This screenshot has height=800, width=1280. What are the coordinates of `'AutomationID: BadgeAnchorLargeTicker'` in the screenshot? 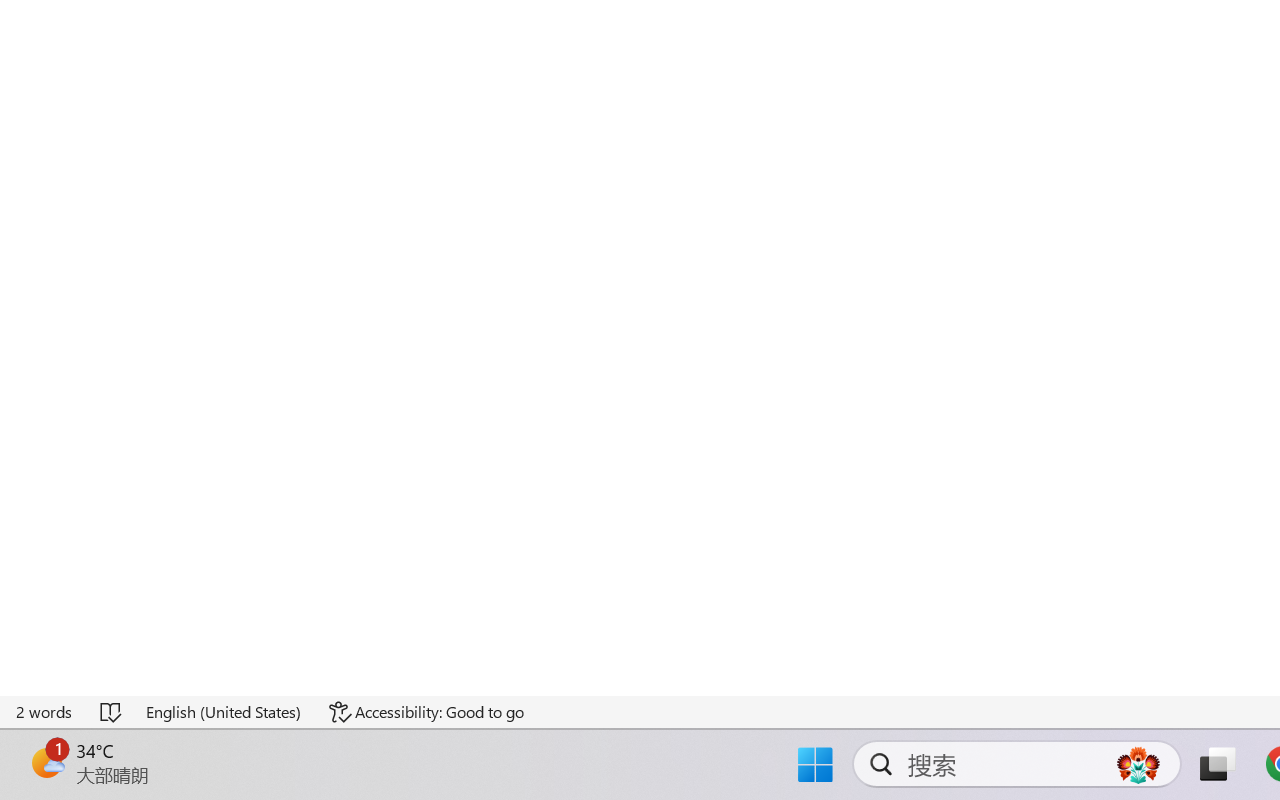 It's located at (46, 762).